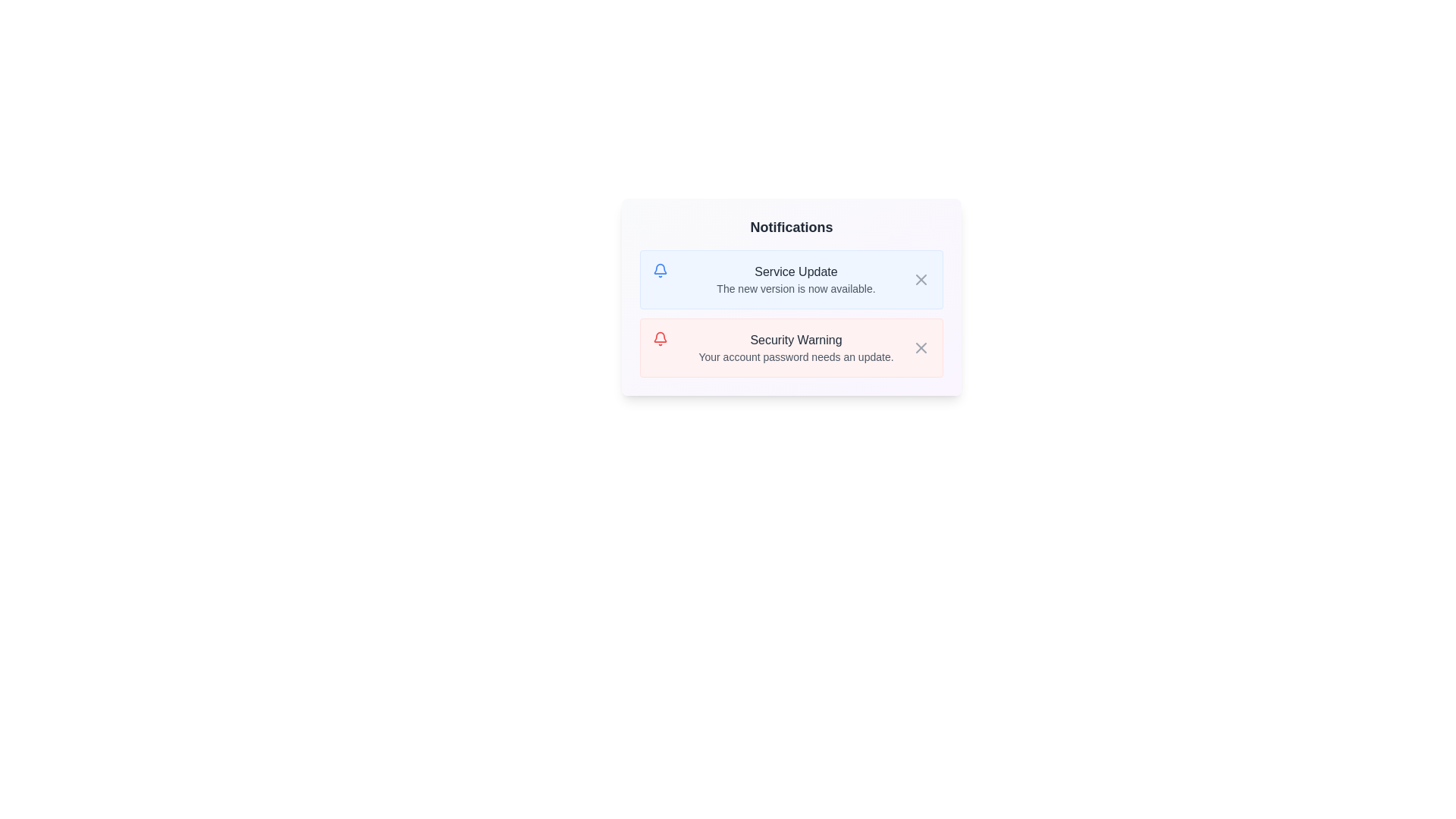  I want to click on text element displaying 'The new version is now available.' which is located below the 'Service Update' header in the notification card, so click(795, 289).